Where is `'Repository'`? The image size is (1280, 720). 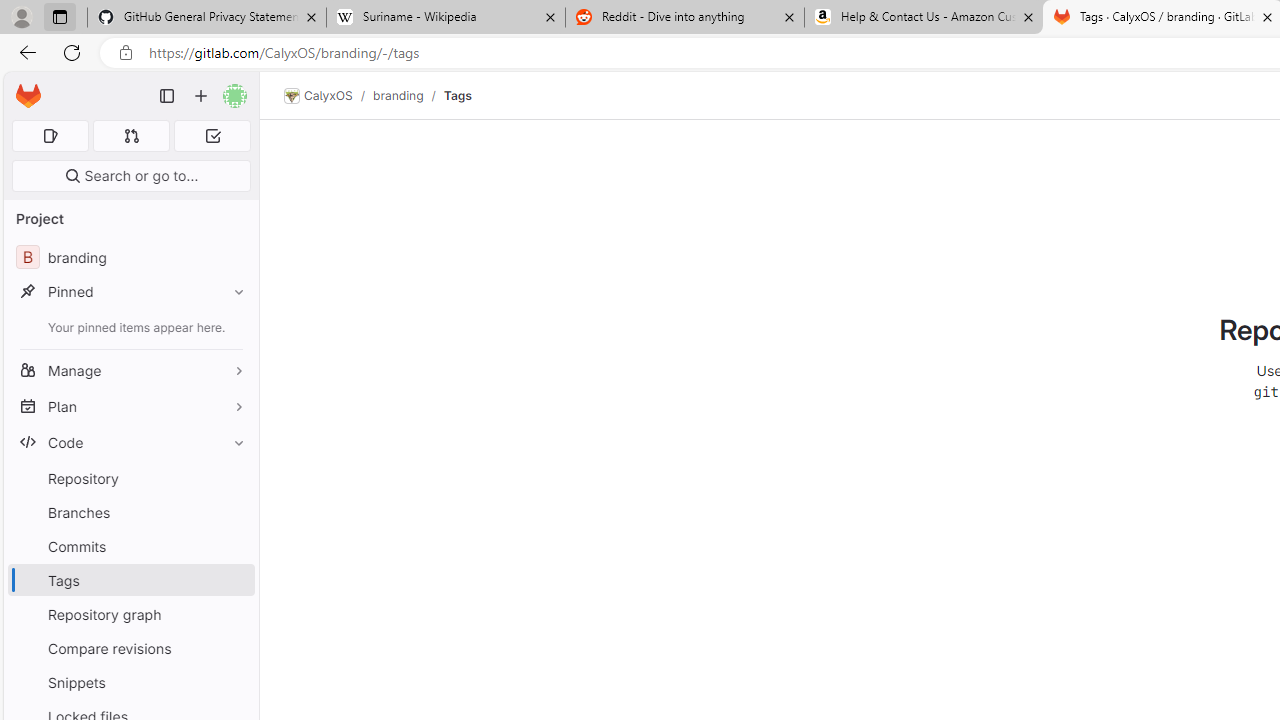
'Repository' is located at coordinates (130, 478).